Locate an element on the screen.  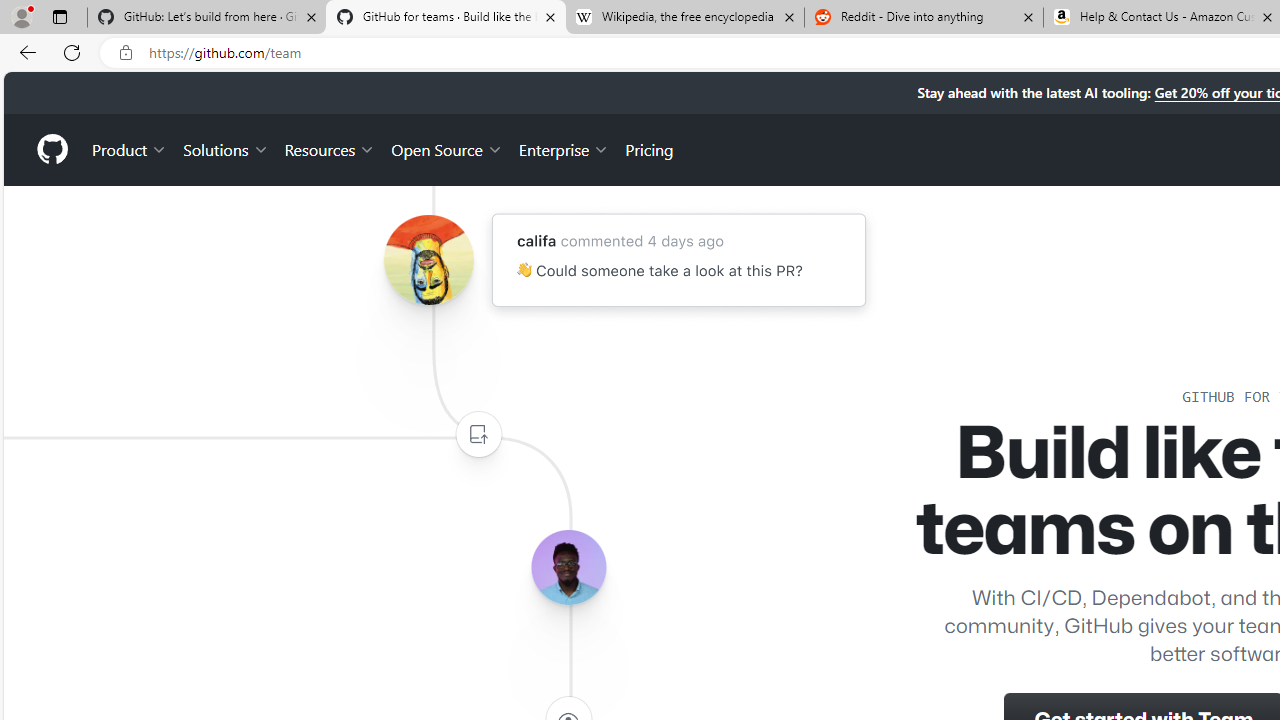
'Resources' is located at coordinates (330, 148).